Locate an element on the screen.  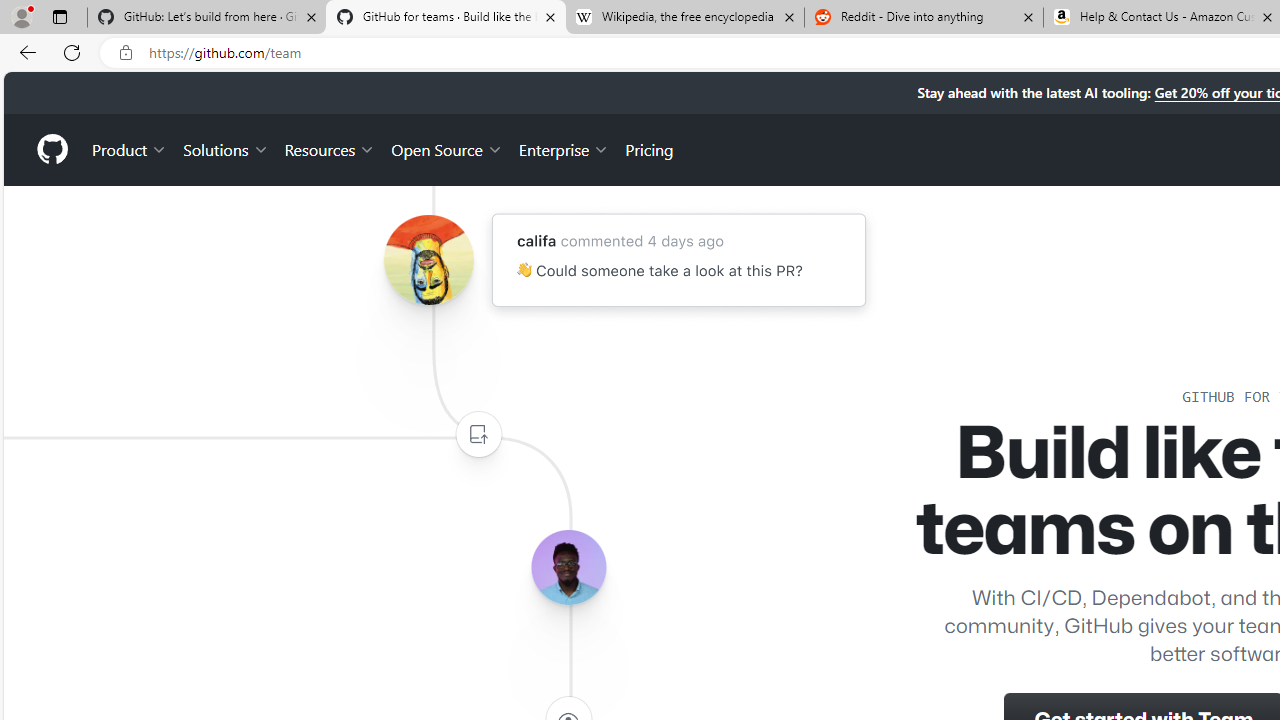
'Resources' is located at coordinates (330, 148).